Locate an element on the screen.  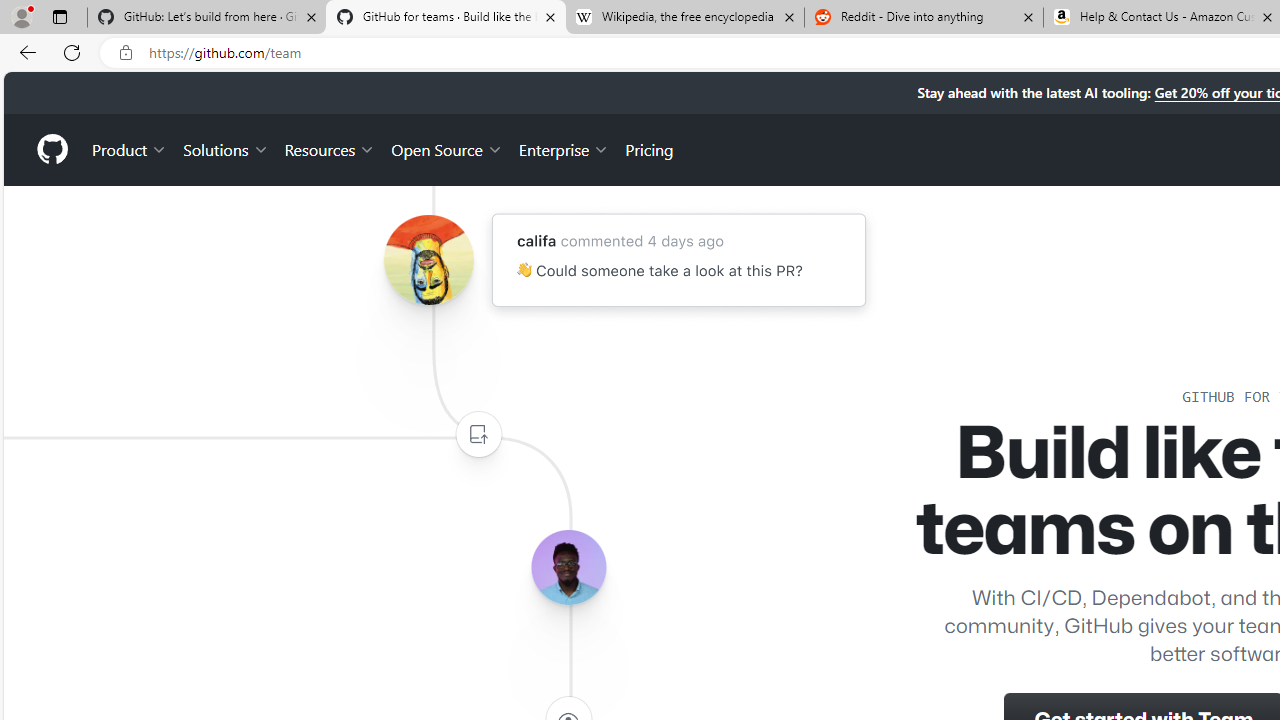
'Resources' is located at coordinates (330, 148).